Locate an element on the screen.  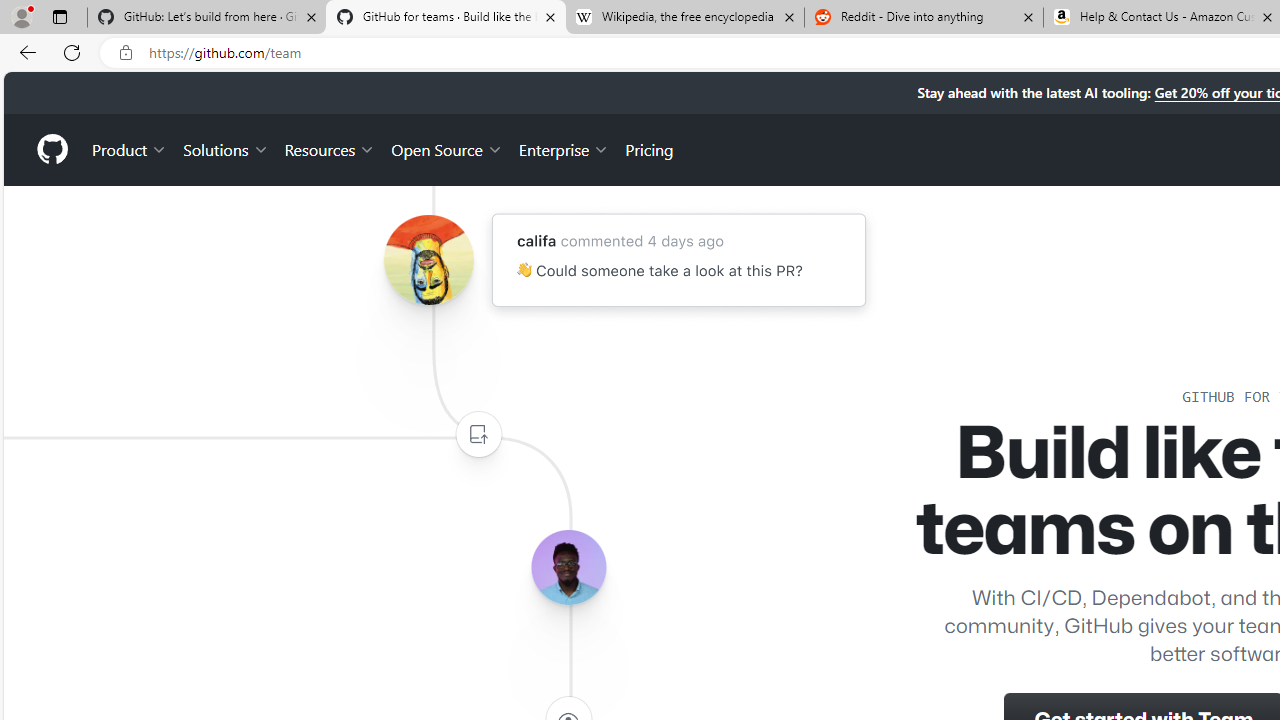
'Resources' is located at coordinates (330, 148).